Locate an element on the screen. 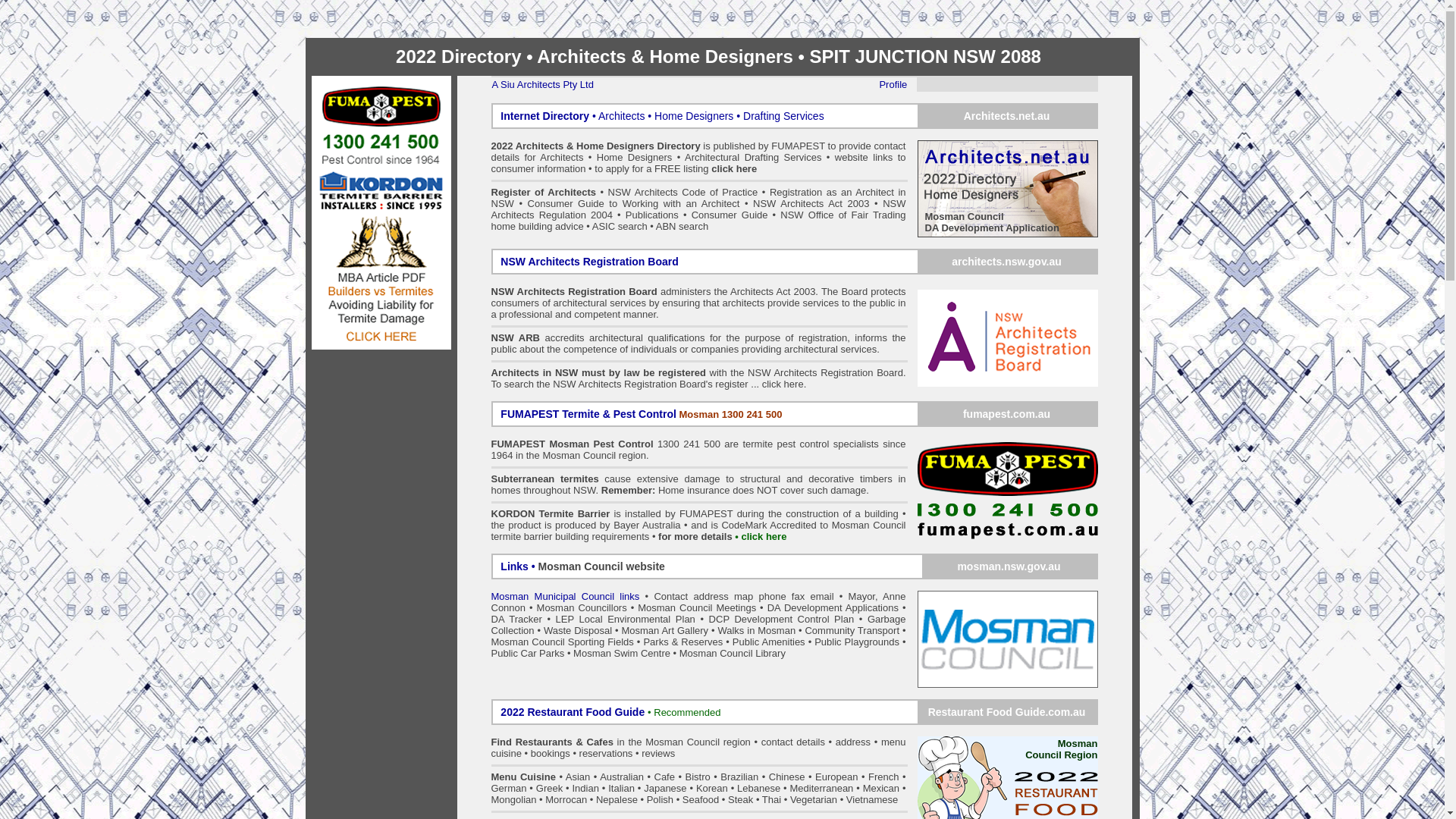  'LEP Local Environmental Plan' is located at coordinates (626, 619).